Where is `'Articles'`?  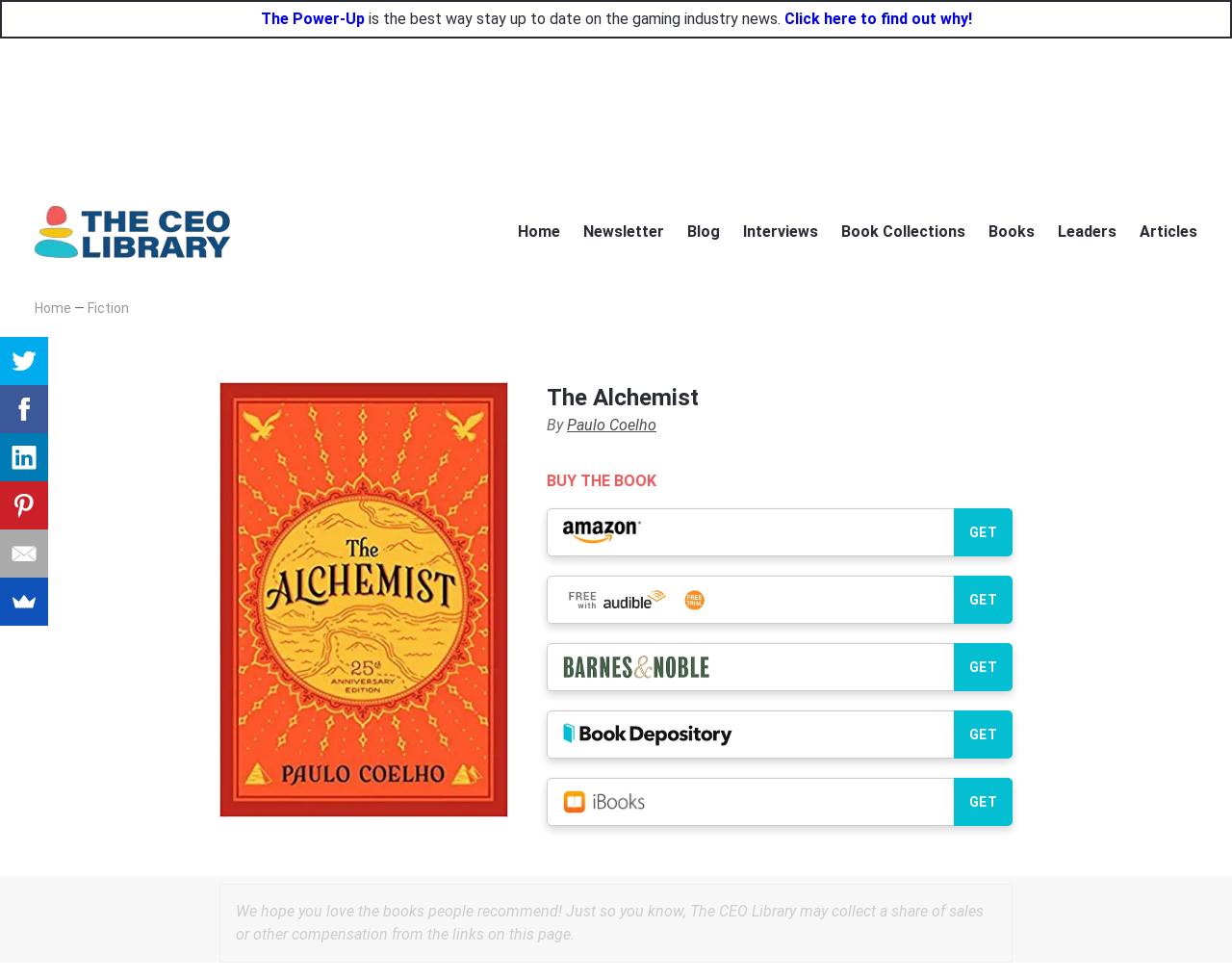 'Articles' is located at coordinates (1167, 229).